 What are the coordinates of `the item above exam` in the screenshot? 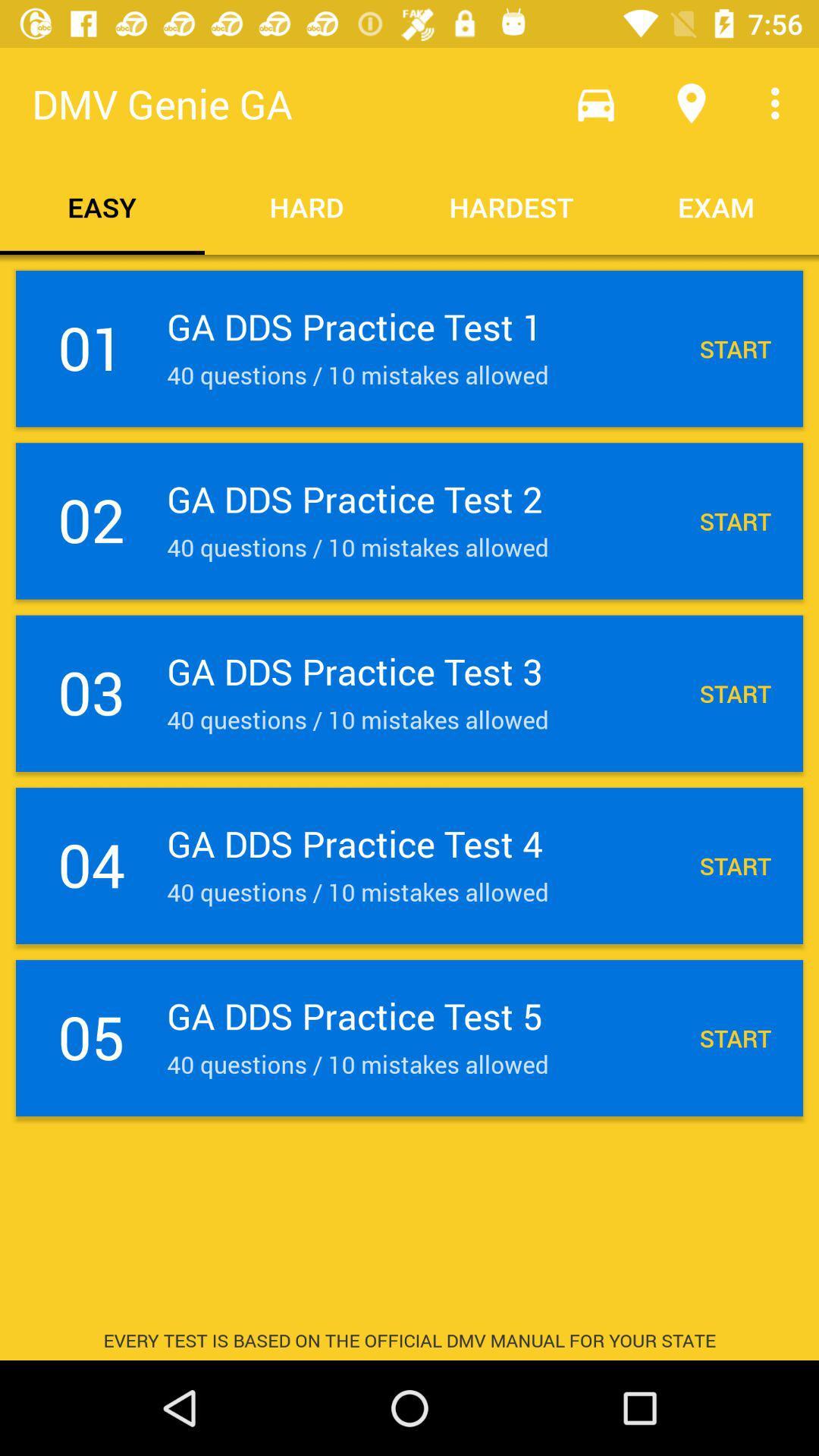 It's located at (779, 102).